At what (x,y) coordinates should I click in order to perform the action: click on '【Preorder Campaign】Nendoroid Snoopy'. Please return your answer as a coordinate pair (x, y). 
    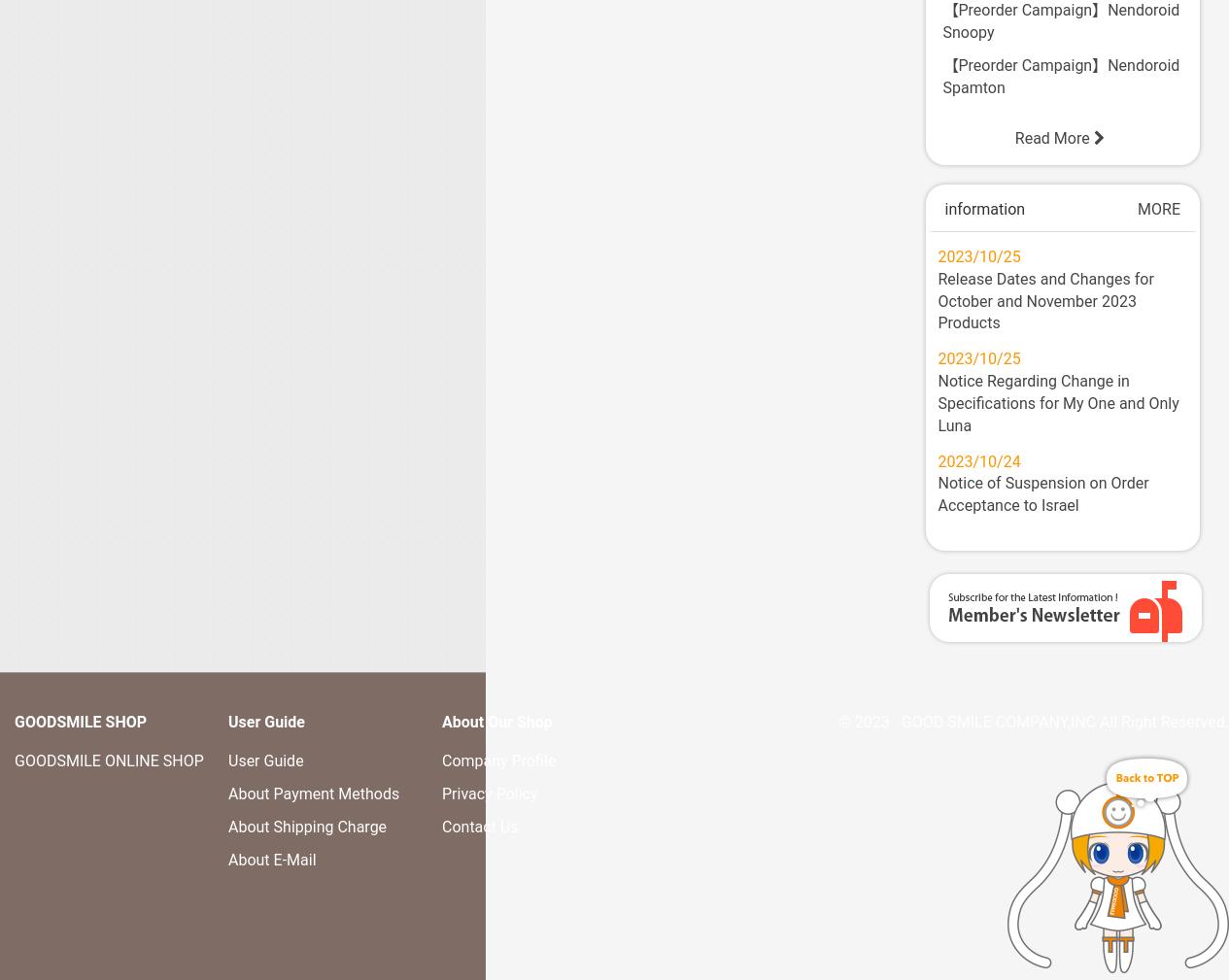
    Looking at the image, I should click on (1059, 18).